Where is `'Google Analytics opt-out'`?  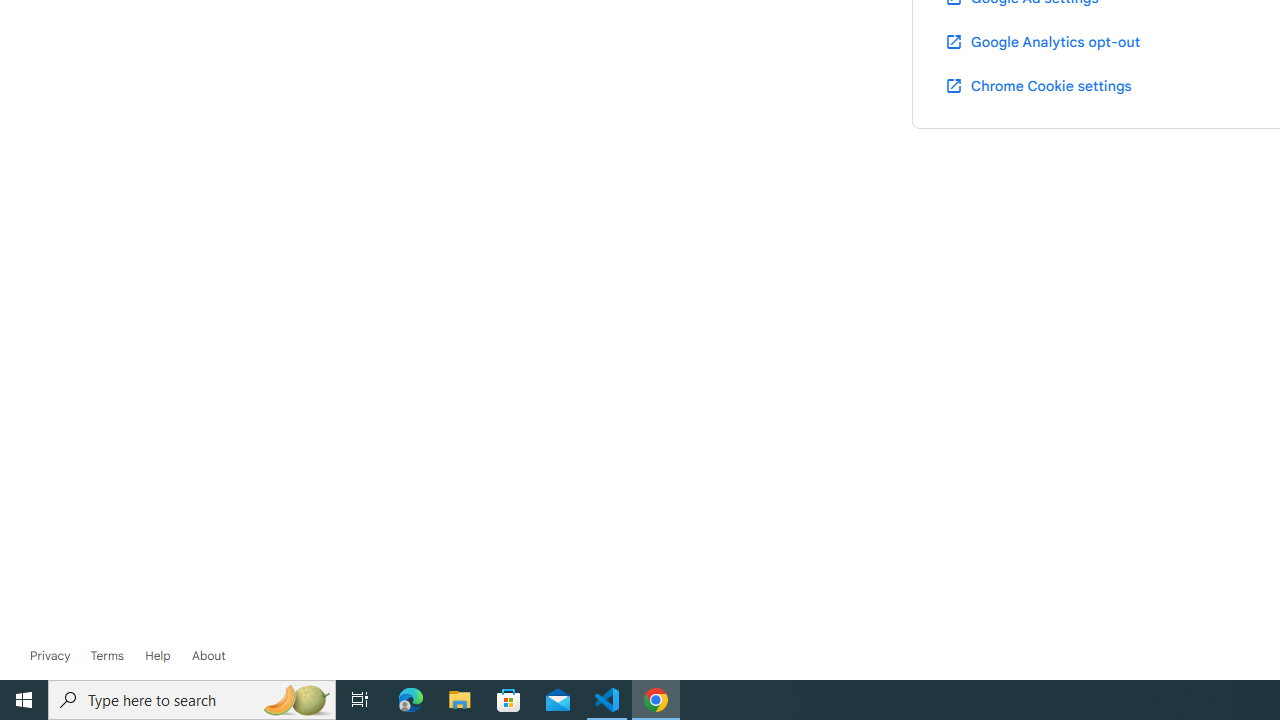 'Google Analytics opt-out' is located at coordinates (1040, 41).